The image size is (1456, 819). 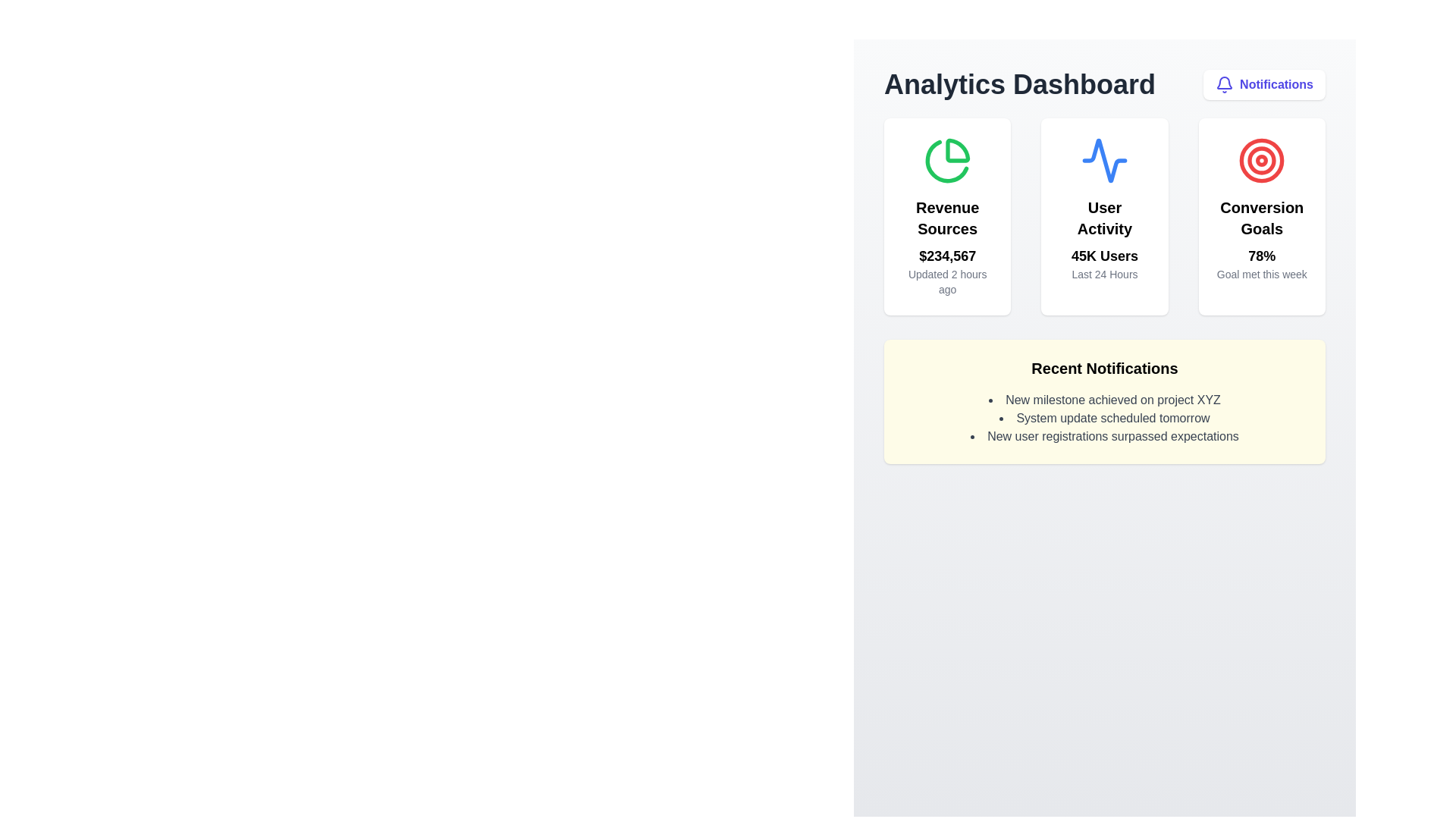 What do you see at coordinates (946, 161) in the screenshot?
I see `the green circular pie chart icon with a cut-out wedge segment located at the top-center of the 'Revenue Sources' card in the 'Analytics Dashboard'` at bounding box center [946, 161].